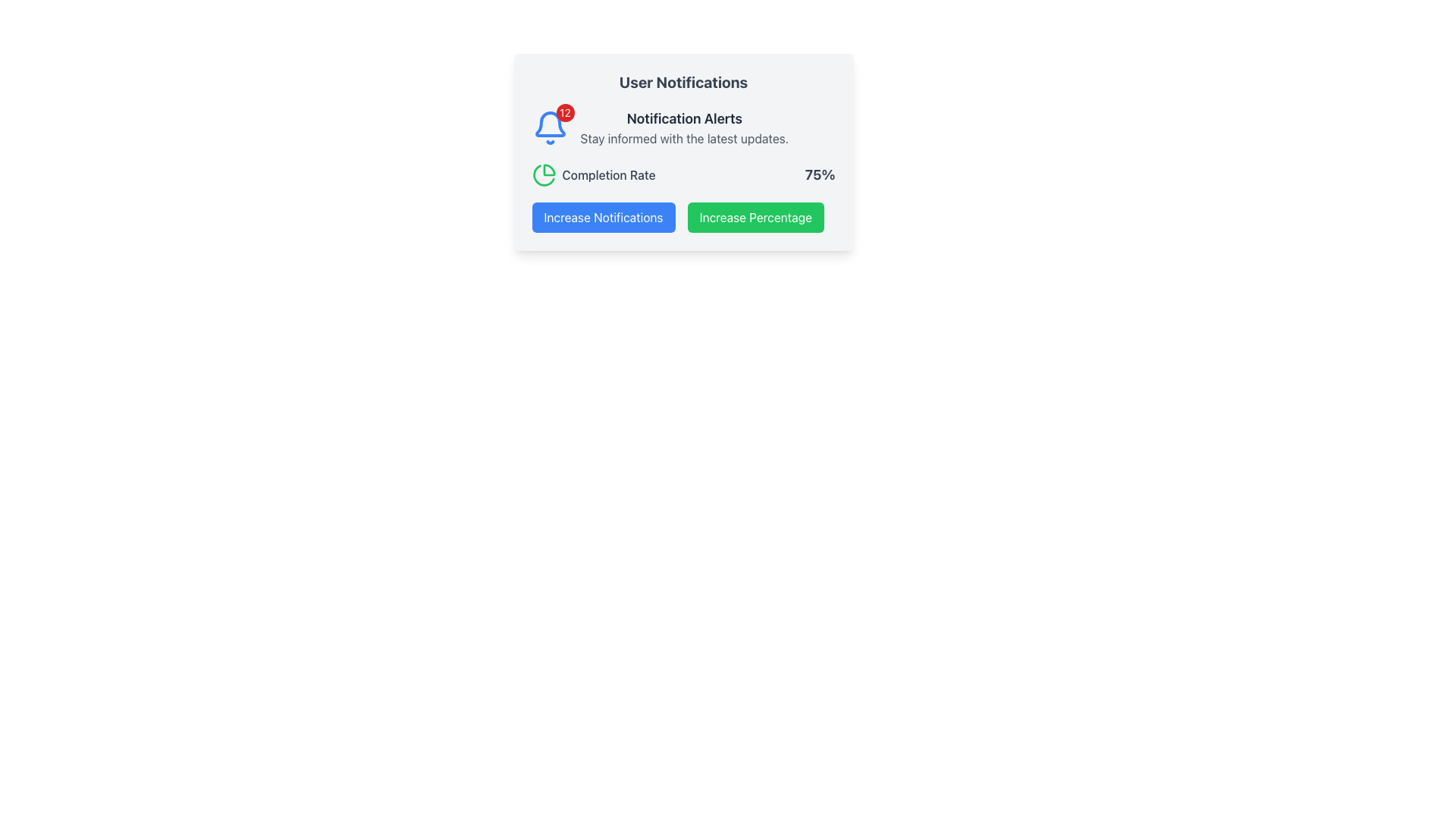 The height and width of the screenshot is (819, 1456). Describe the element at coordinates (592, 174) in the screenshot. I see `the Label with icon that features a pie chart icon with a green stroke-filled slice and the text 'Completion Rate' in gray font, located centrally below 'User Notifications'` at that location.